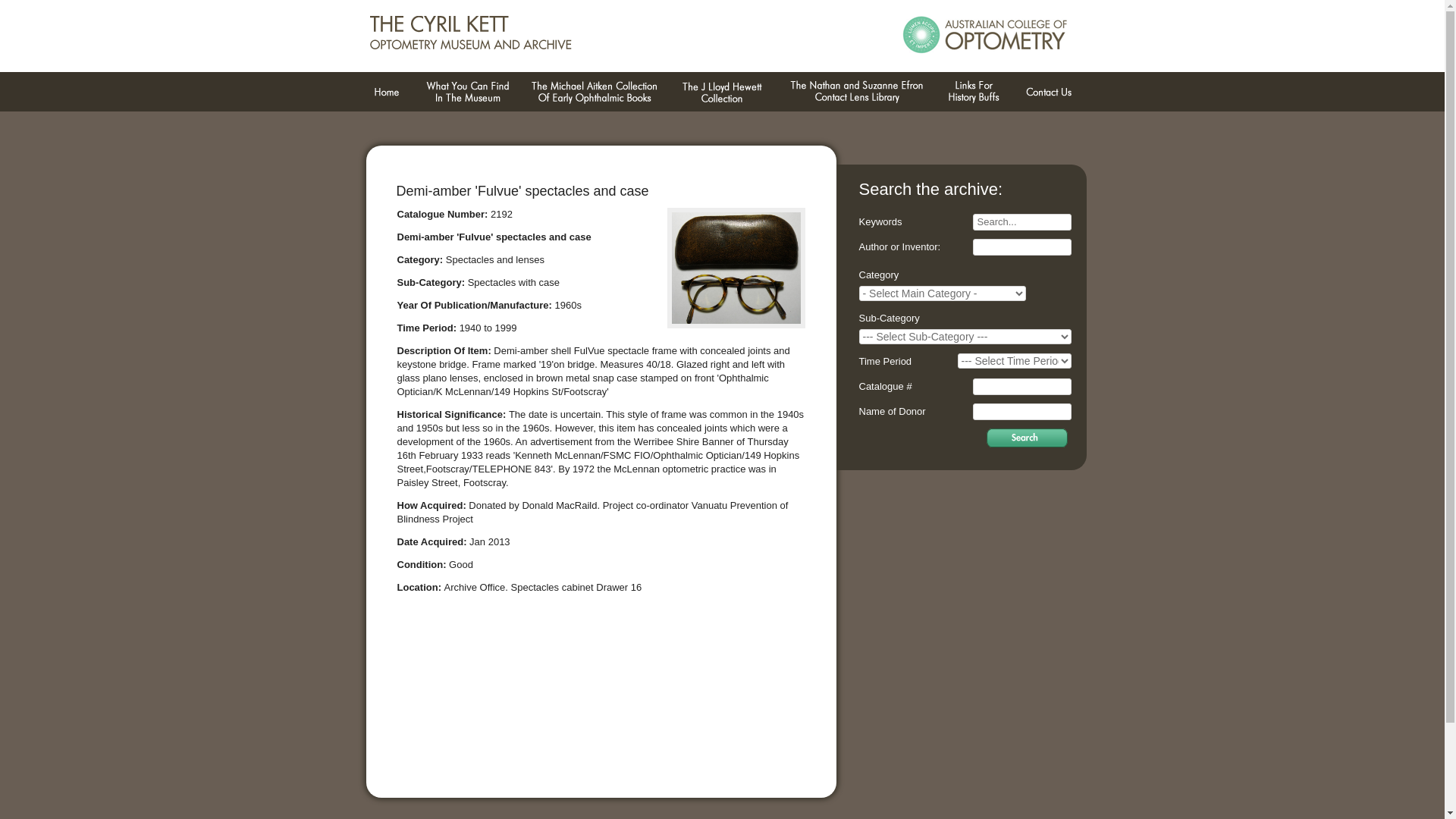  What do you see at coordinates (972, 92) in the screenshot?
I see `'LINKS FOR HISTORY BUFFS'` at bounding box center [972, 92].